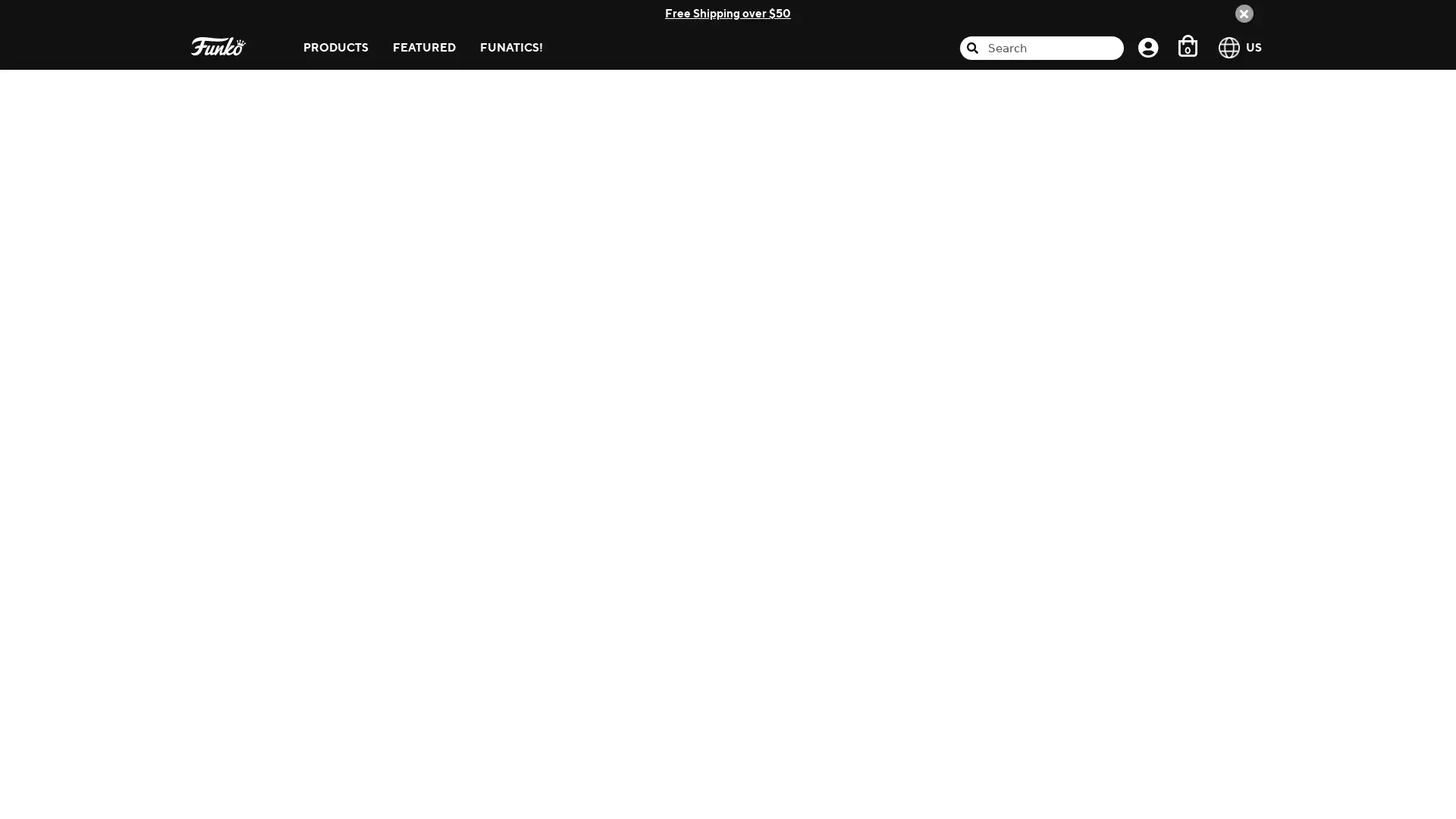 This screenshot has height=819, width=1456. What do you see at coordinates (380, 26) in the screenshot?
I see `PRODUCTS SUBMENU` at bounding box center [380, 26].